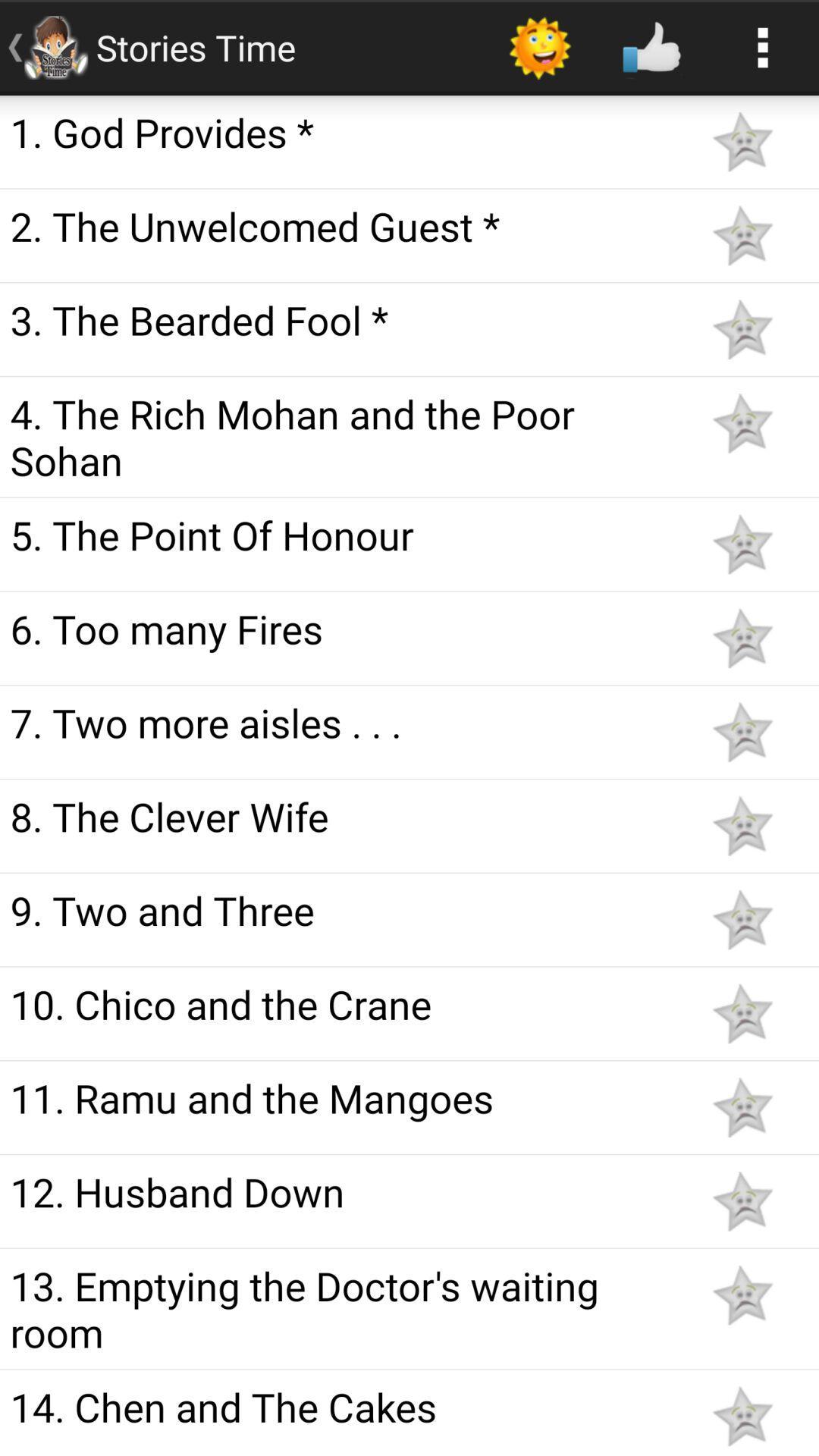 The height and width of the screenshot is (1456, 819). I want to click on a story, so click(742, 328).